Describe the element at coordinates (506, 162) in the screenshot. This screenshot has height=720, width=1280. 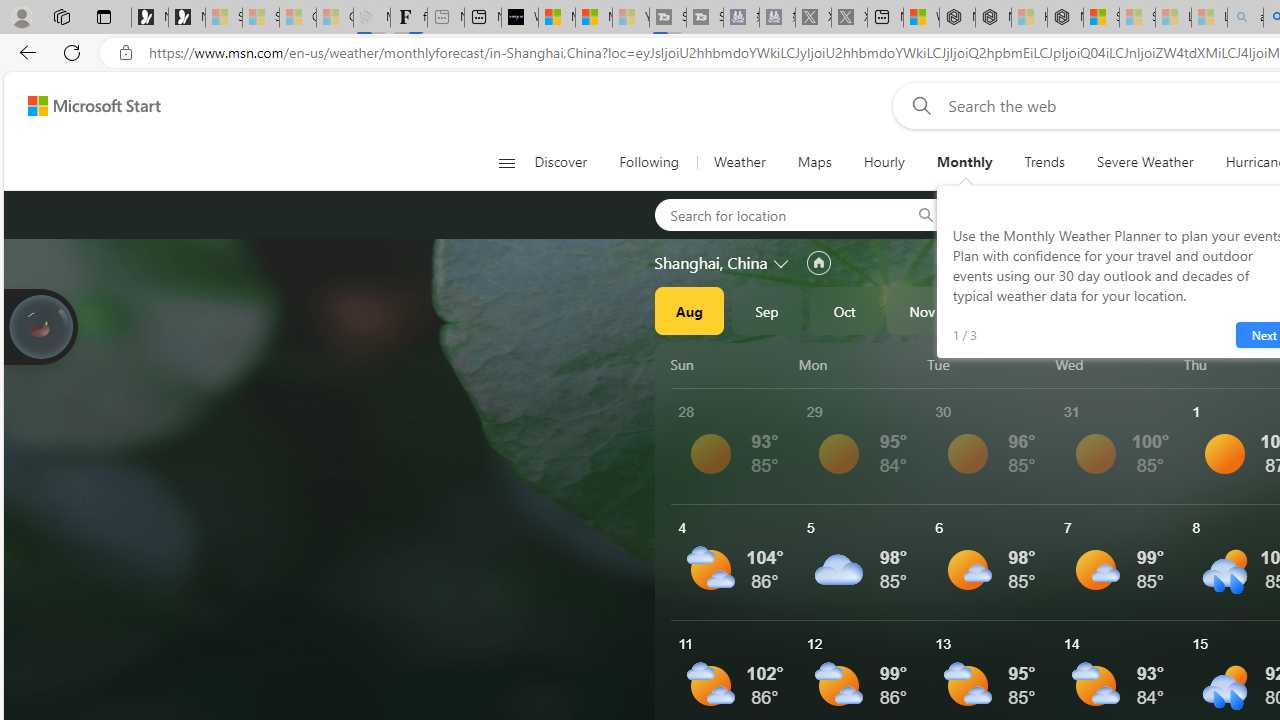
I see `'Open navigation menu'` at that location.